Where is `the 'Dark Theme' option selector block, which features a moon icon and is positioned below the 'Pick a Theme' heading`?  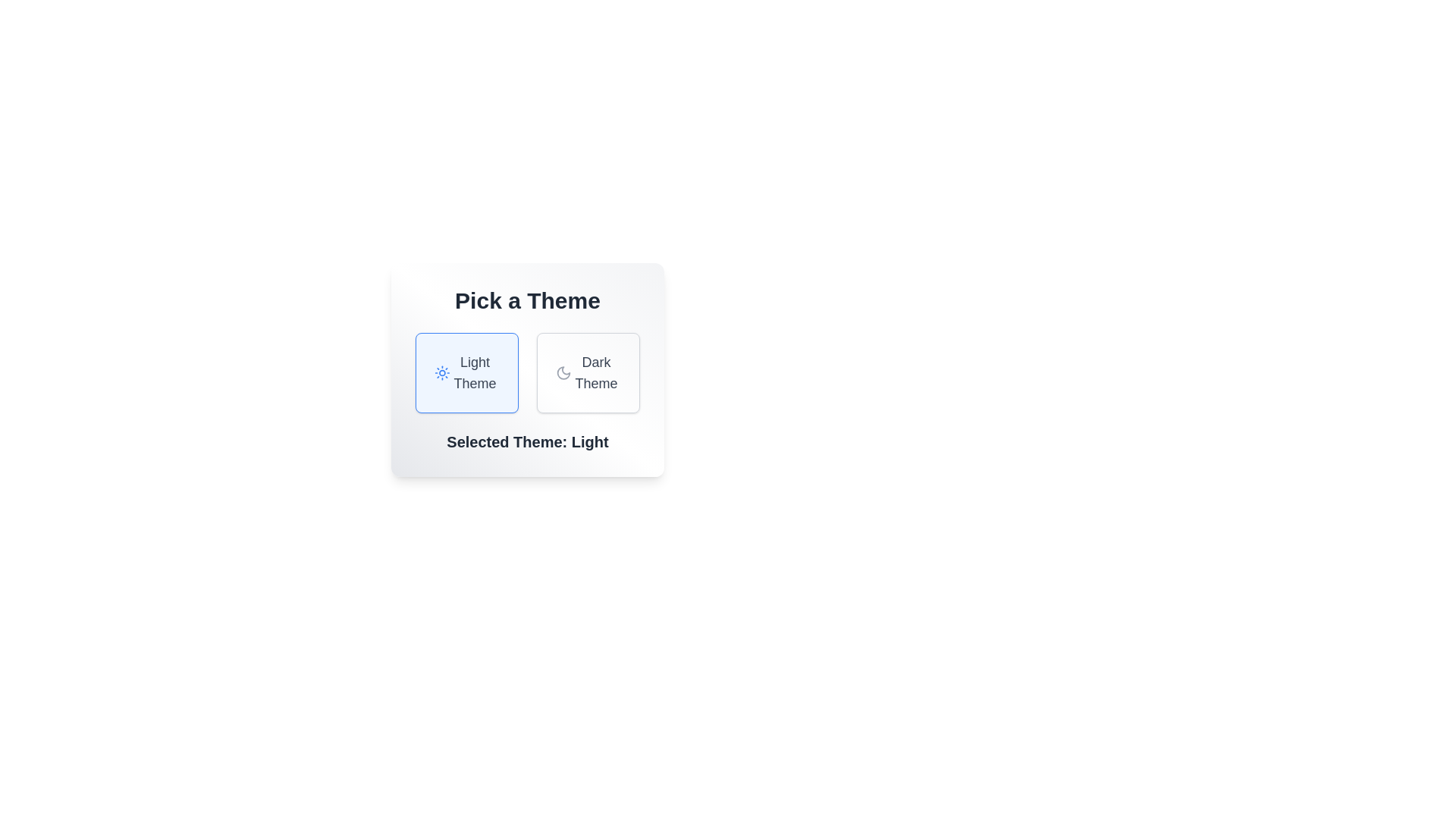 the 'Dark Theme' option selector block, which features a moon icon and is positioned below the 'Pick a Theme' heading is located at coordinates (588, 373).